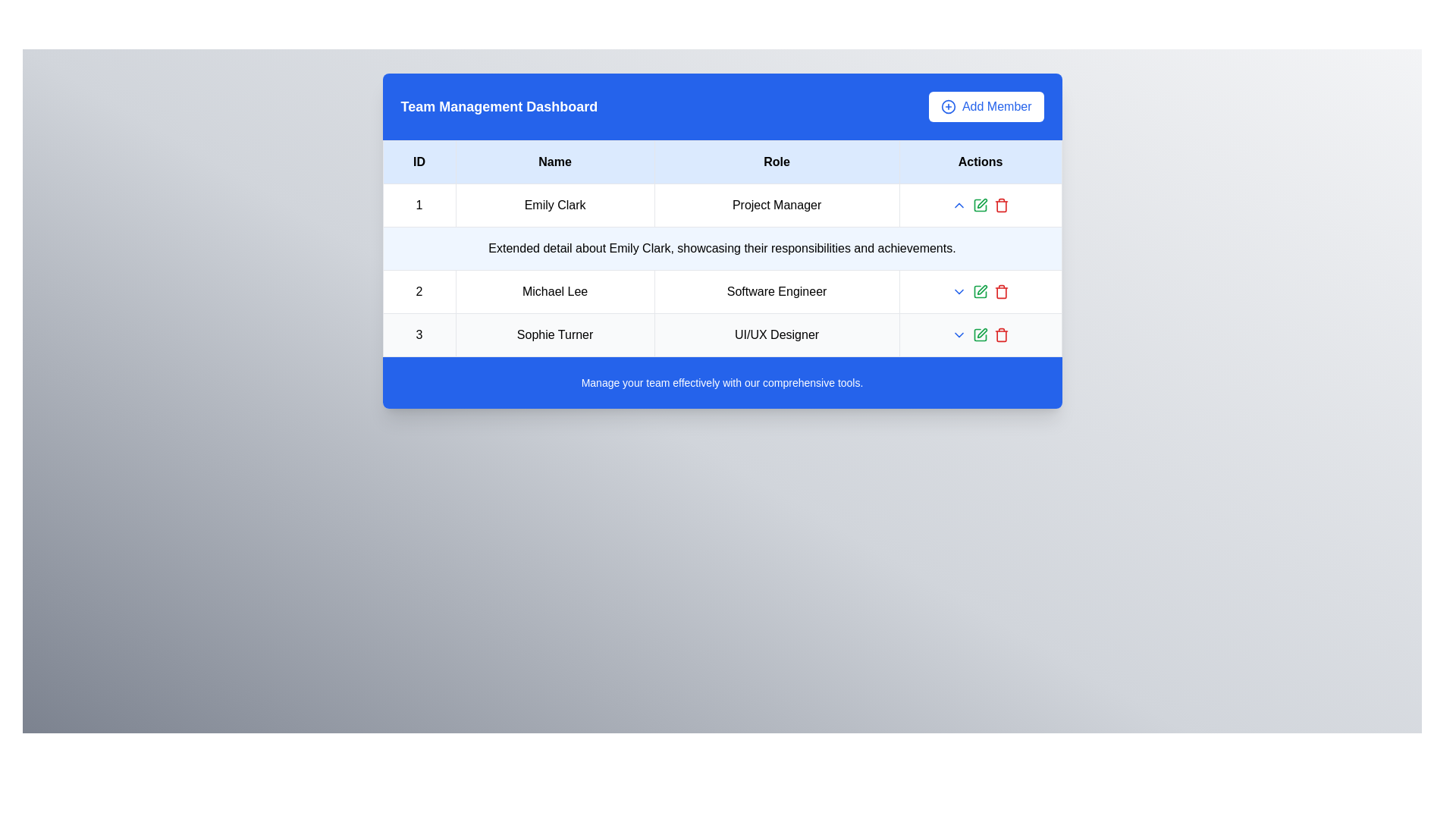  I want to click on the appearance of the edit action icon located in the third row of the table within the 'Actions' column, so click(981, 334).